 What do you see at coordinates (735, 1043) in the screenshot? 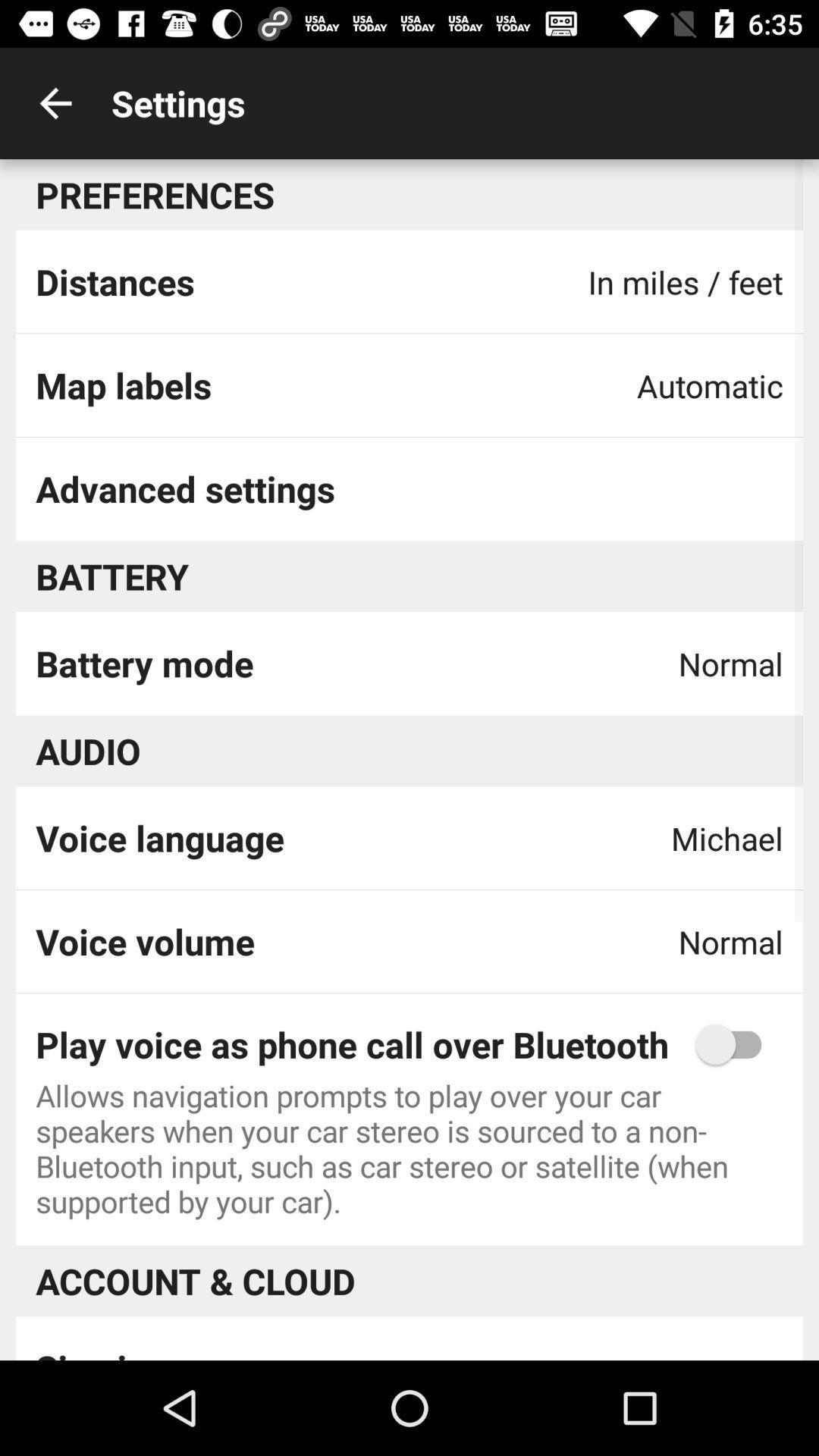
I see `switch phone over bluetooth option` at bounding box center [735, 1043].